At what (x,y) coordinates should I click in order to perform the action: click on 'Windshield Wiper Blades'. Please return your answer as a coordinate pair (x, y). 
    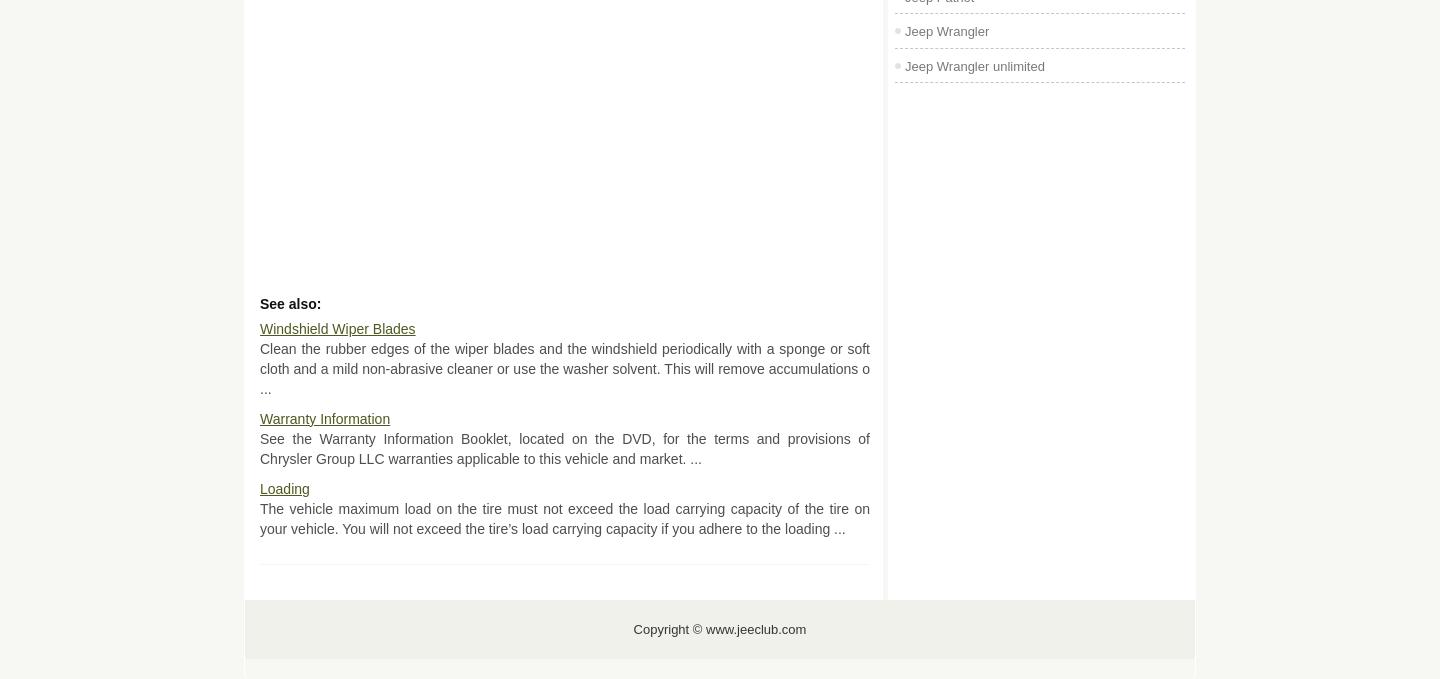
    Looking at the image, I should click on (337, 327).